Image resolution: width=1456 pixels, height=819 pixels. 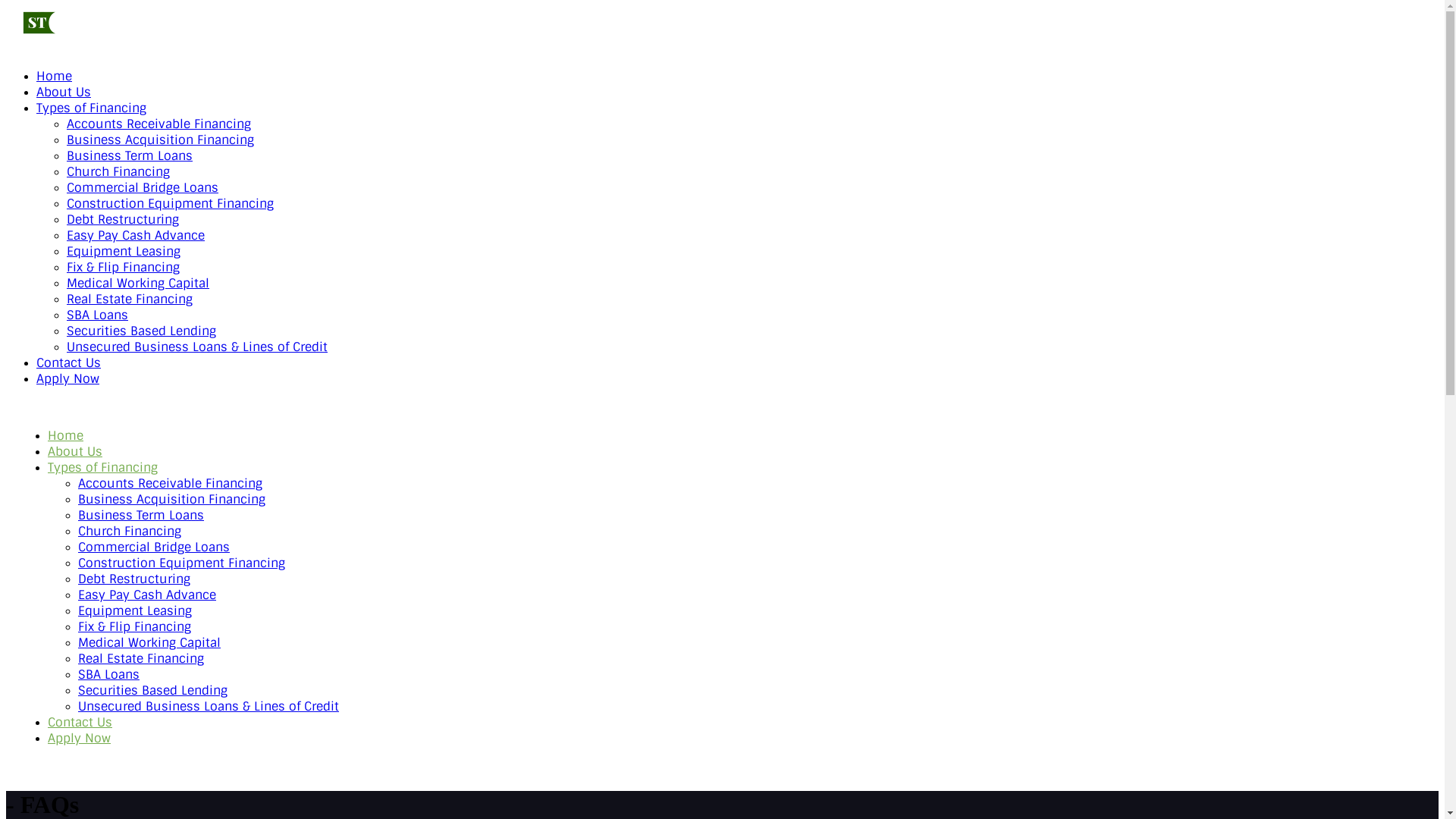 I want to click on 'Business Acquisition Financing', so click(x=171, y=499).